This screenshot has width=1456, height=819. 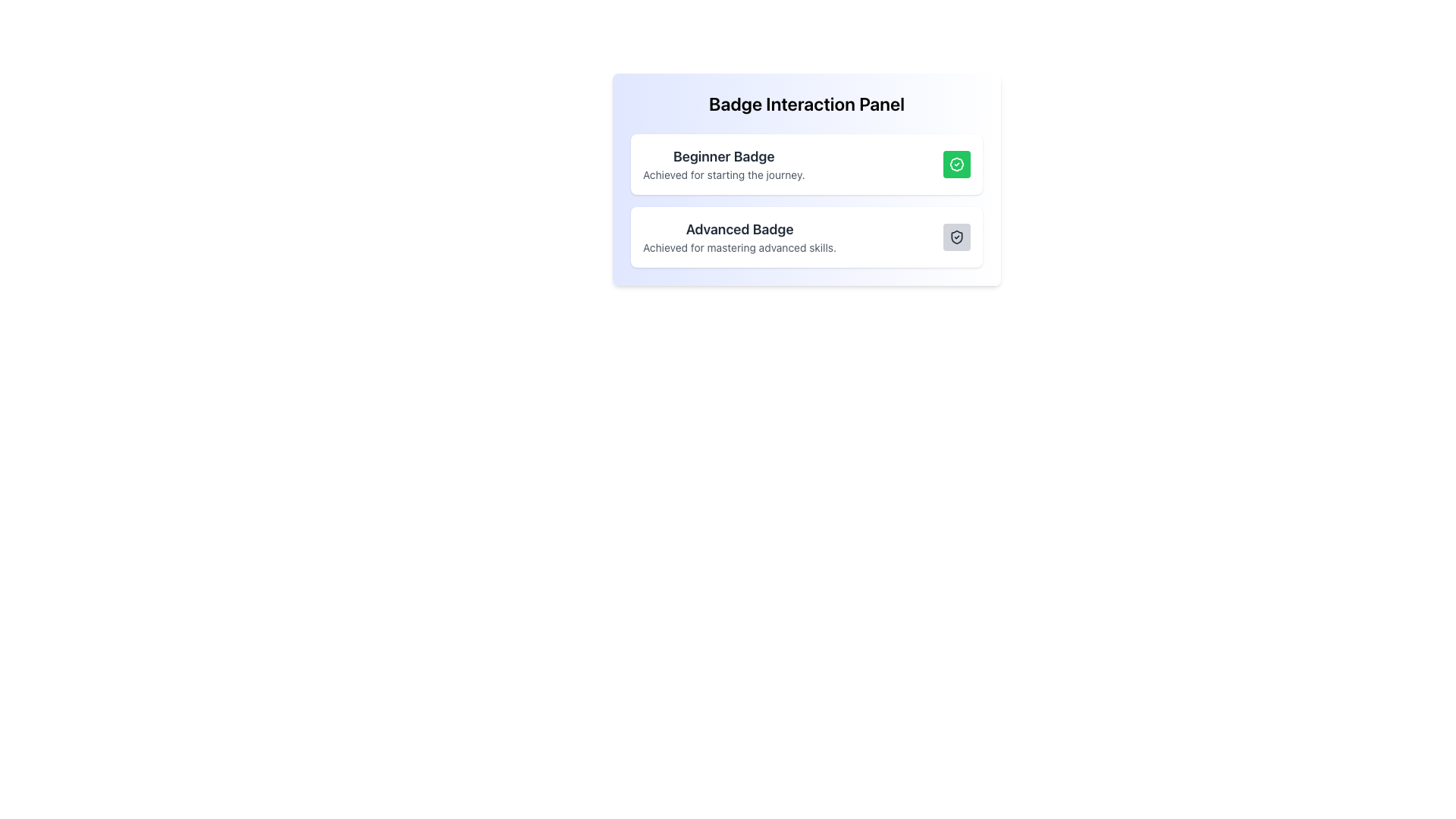 What do you see at coordinates (956, 164) in the screenshot?
I see `the green circular badge icon with a white checkmark, which indicates completion, located to the right of the 'Beginner Badge' label in the 'Badge Interaction Panel'` at bounding box center [956, 164].